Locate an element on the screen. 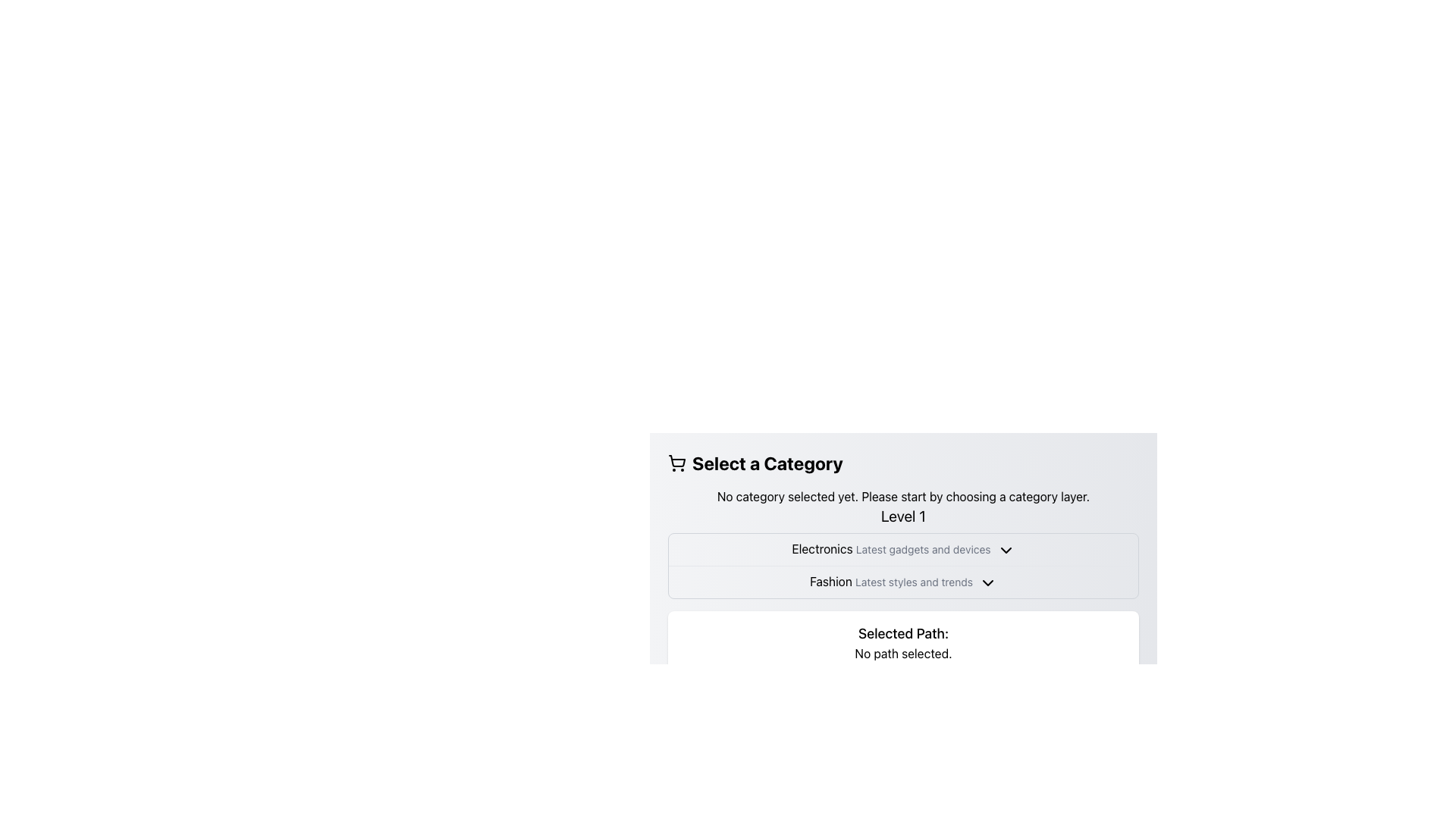  the 'Electronics' Dropdown category label is located at coordinates (903, 549).